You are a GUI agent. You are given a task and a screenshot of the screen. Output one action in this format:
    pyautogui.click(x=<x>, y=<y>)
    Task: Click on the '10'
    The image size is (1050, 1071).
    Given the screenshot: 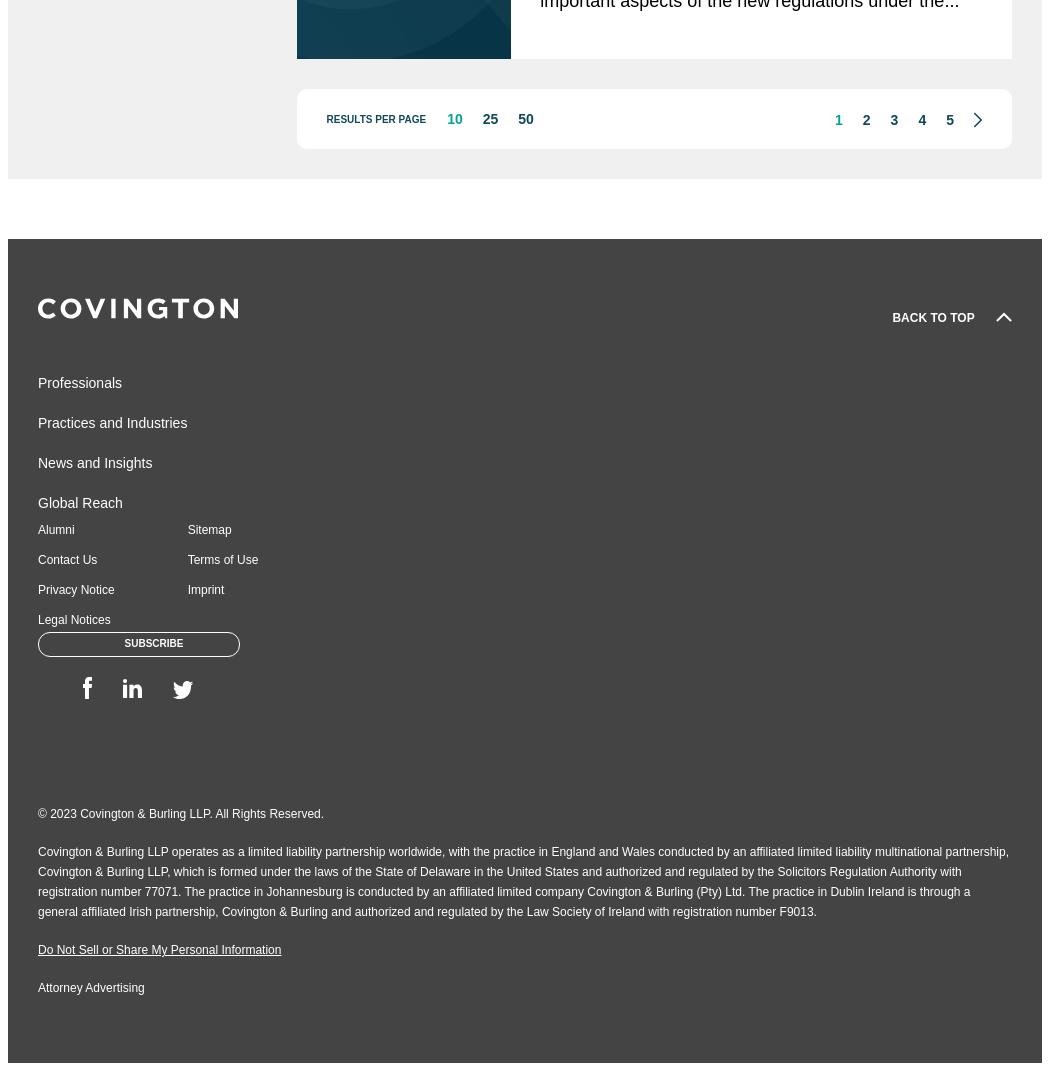 What is the action you would take?
    pyautogui.click(x=454, y=118)
    